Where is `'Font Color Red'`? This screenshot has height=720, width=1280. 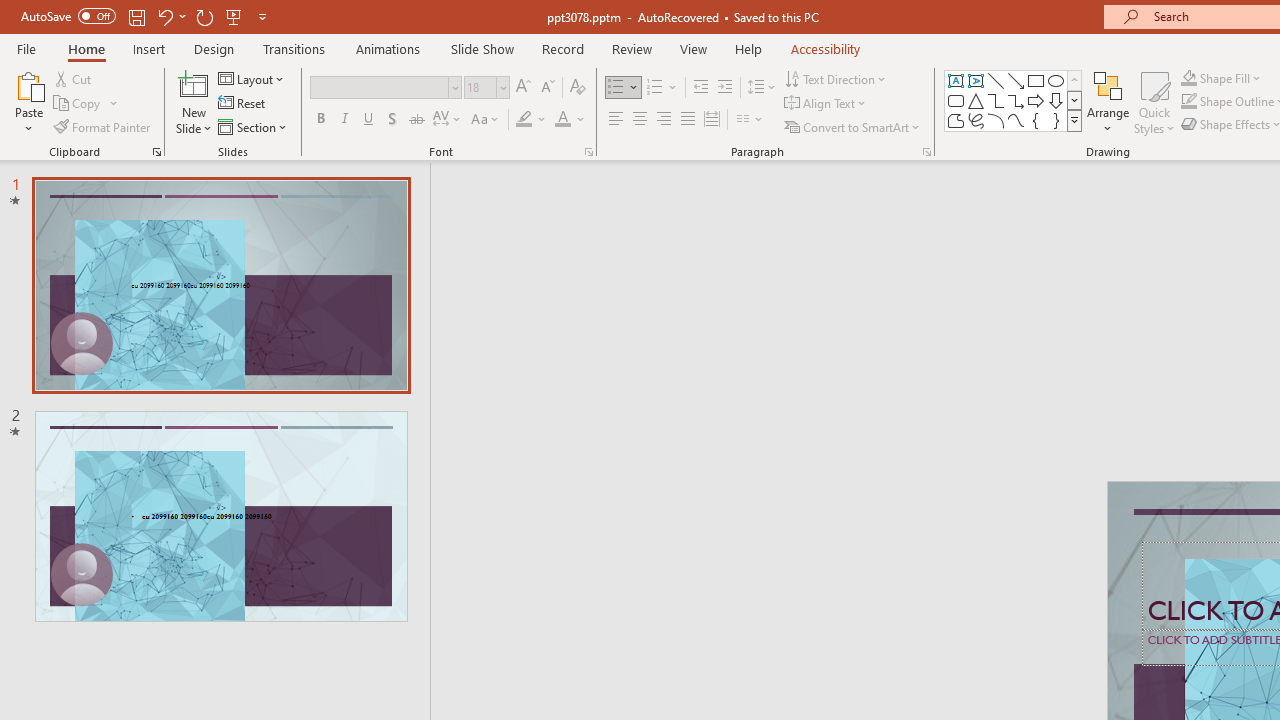
'Font Color Red' is located at coordinates (561, 119).